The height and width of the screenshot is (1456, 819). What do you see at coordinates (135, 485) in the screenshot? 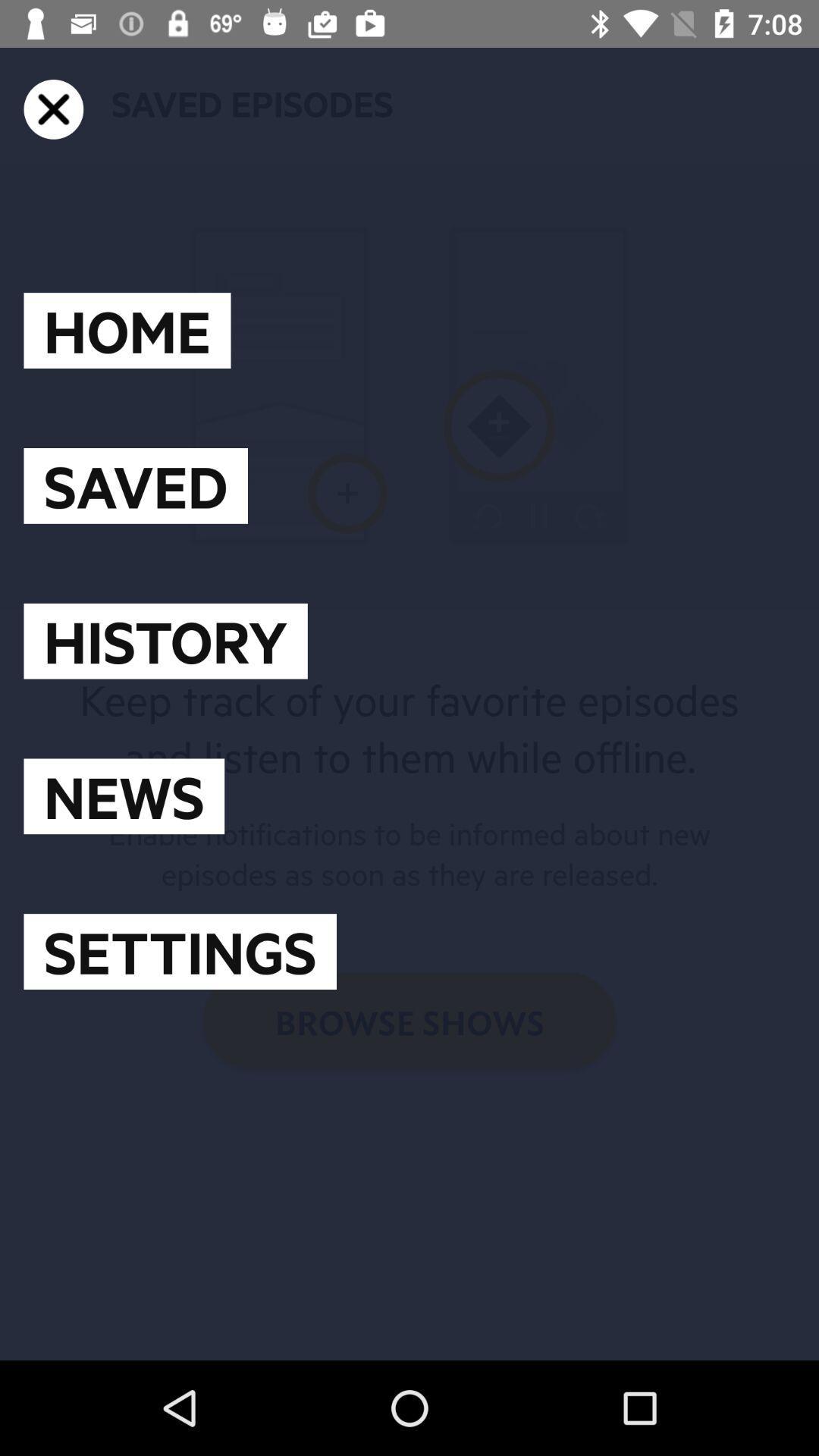
I see `the icon below home` at bounding box center [135, 485].